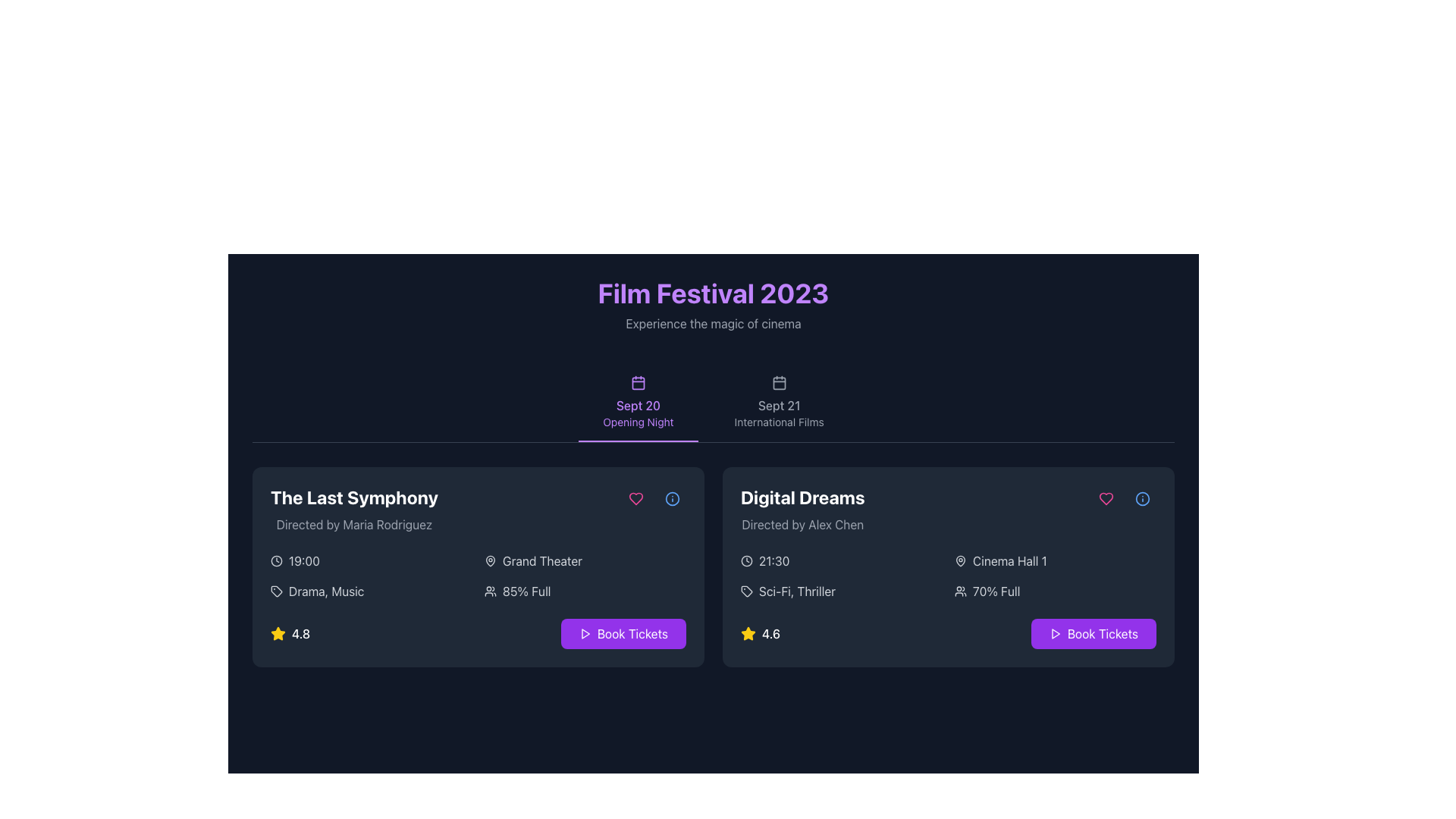 This screenshot has width=1456, height=819. I want to click on the 'Book Tickets' button that contains the play-related icon, so click(1054, 634).